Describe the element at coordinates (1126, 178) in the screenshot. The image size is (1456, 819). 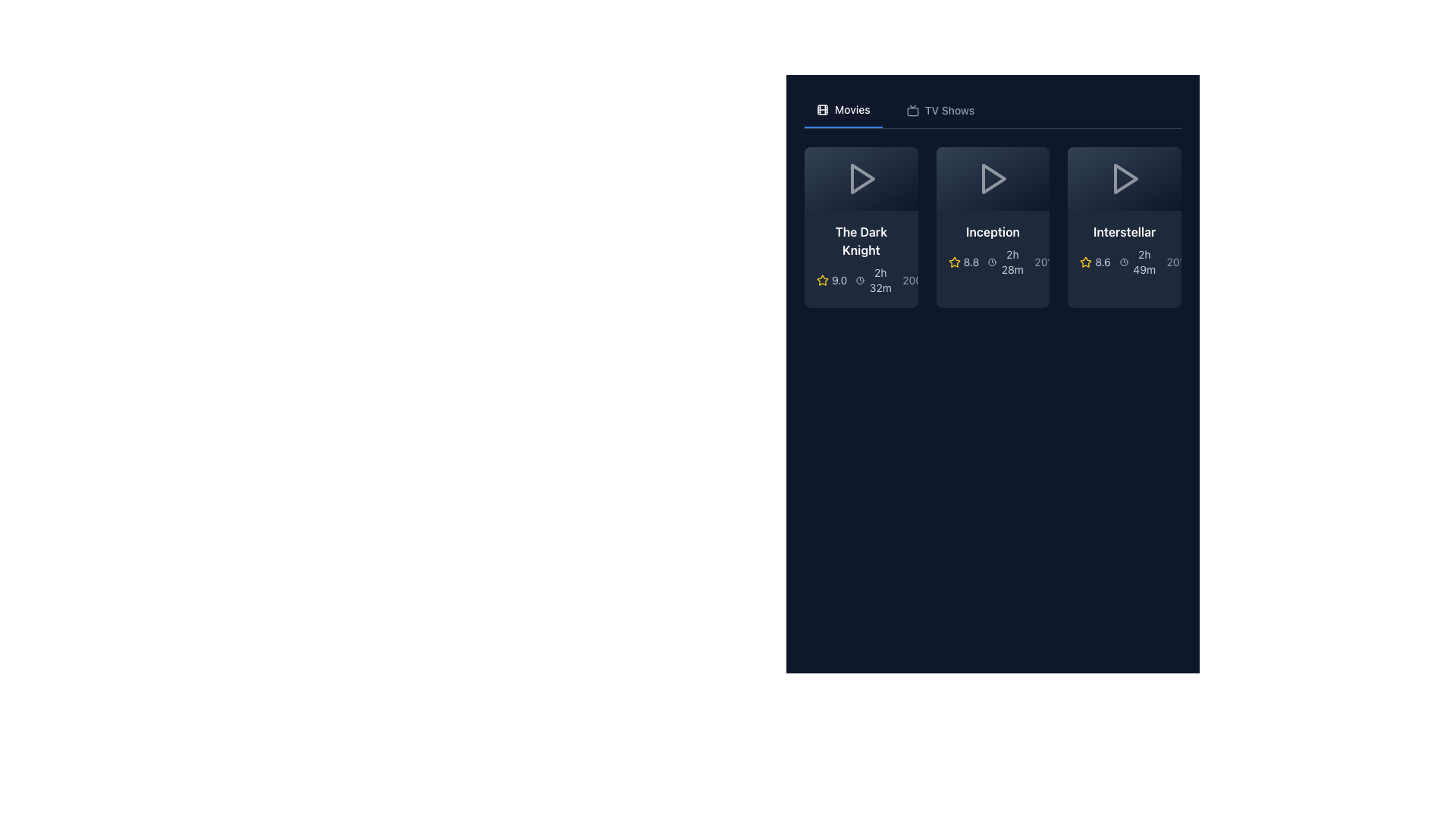
I see `the play button icon located on the movie card labeled 'Interstellar', which is the third card in the row` at that location.